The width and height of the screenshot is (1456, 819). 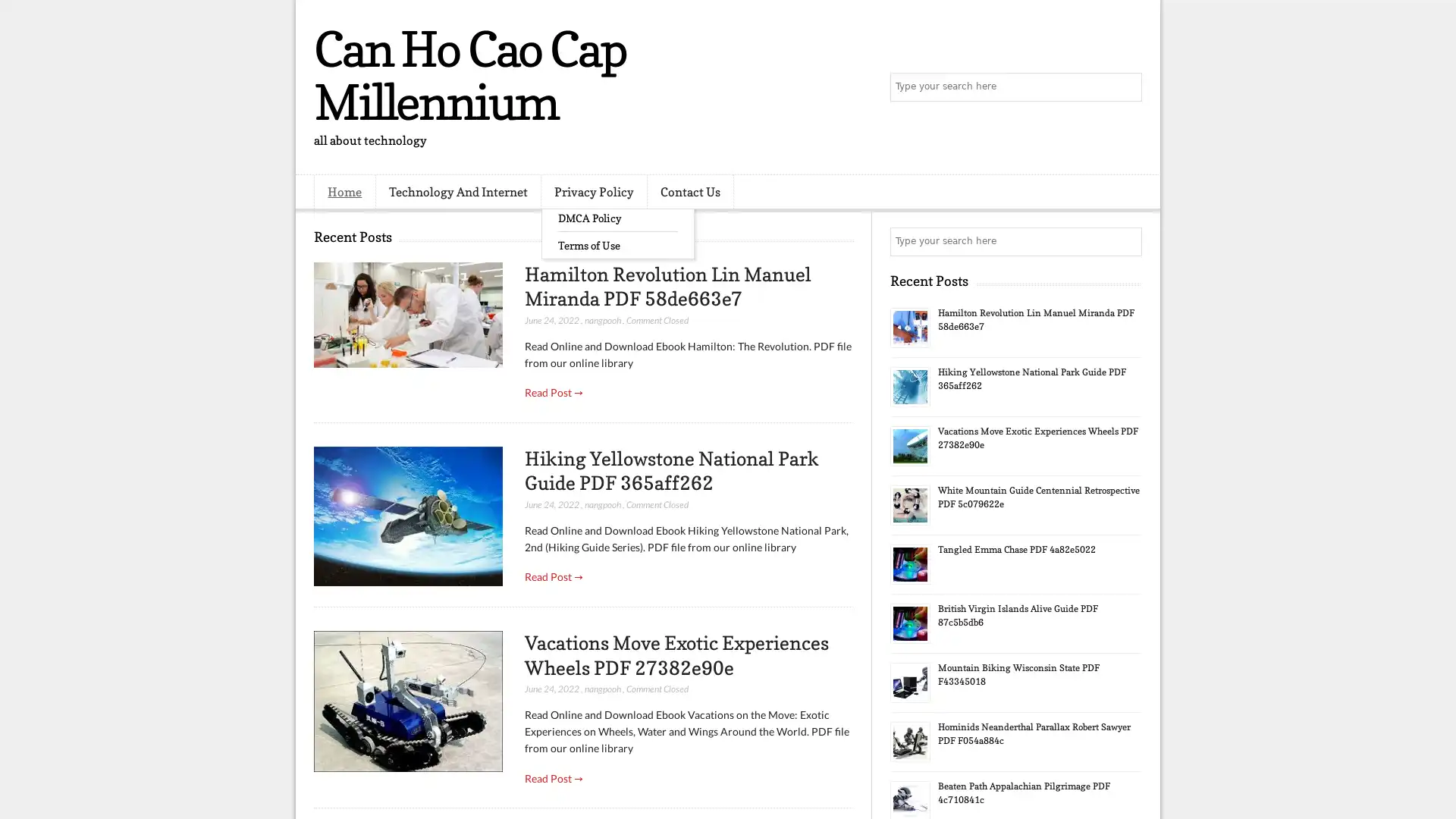 I want to click on Search, so click(x=1126, y=241).